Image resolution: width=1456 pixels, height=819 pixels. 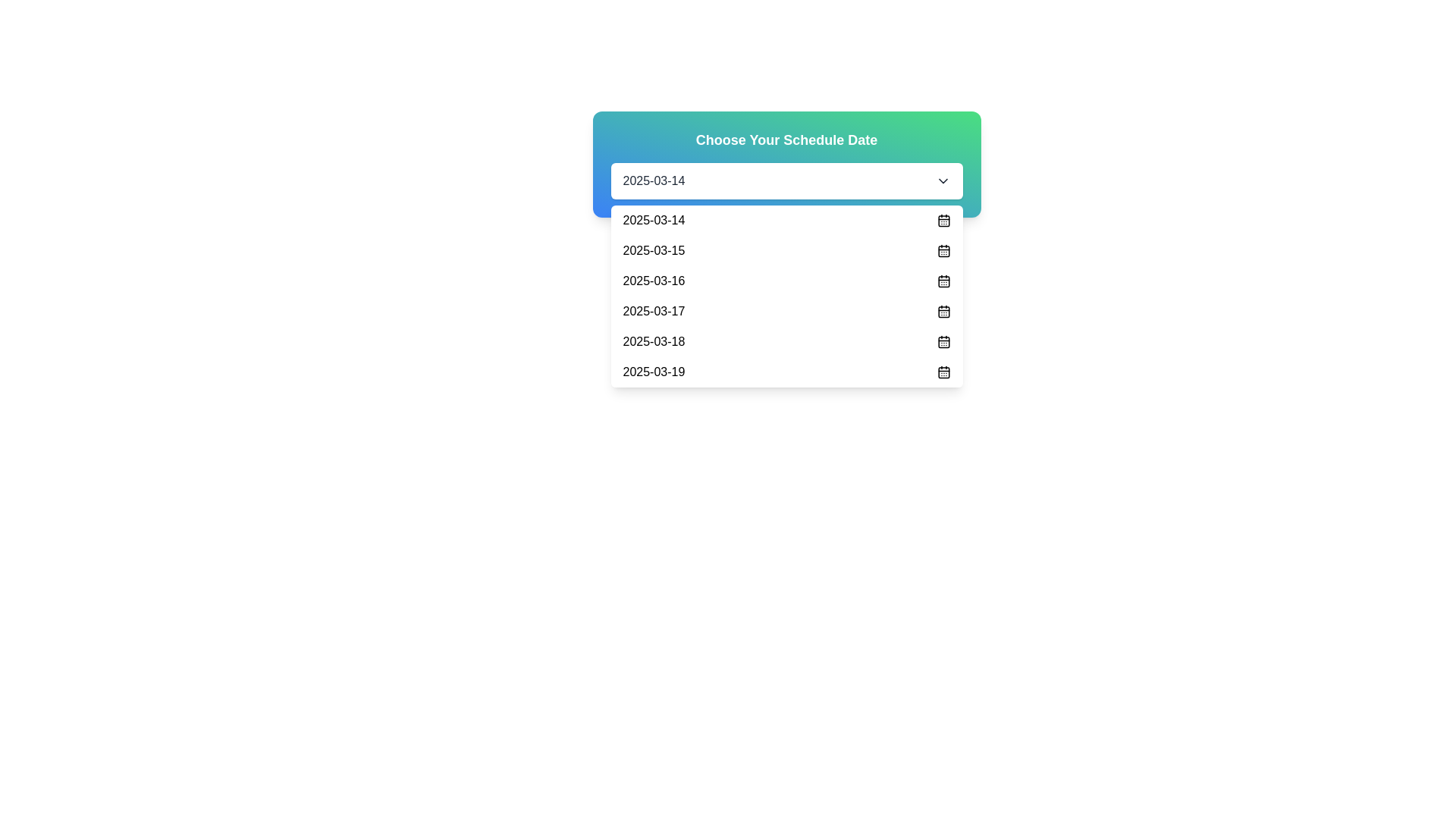 What do you see at coordinates (943, 221) in the screenshot?
I see `the calendar icon located to the right of the date '2025-03-14' in the dropdown list` at bounding box center [943, 221].